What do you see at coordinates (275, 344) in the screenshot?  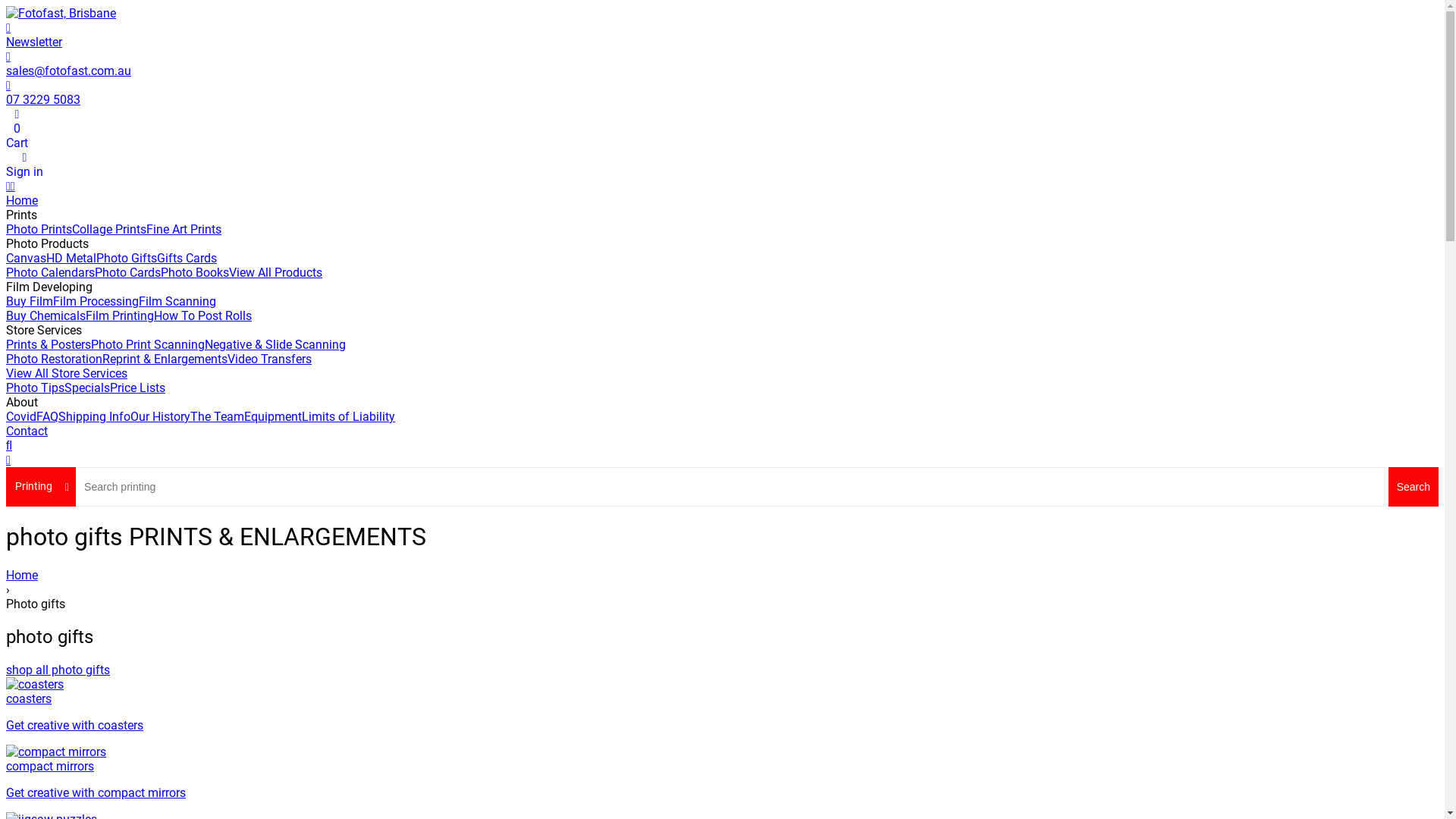 I see `'Negative & Slide Scanning'` at bounding box center [275, 344].